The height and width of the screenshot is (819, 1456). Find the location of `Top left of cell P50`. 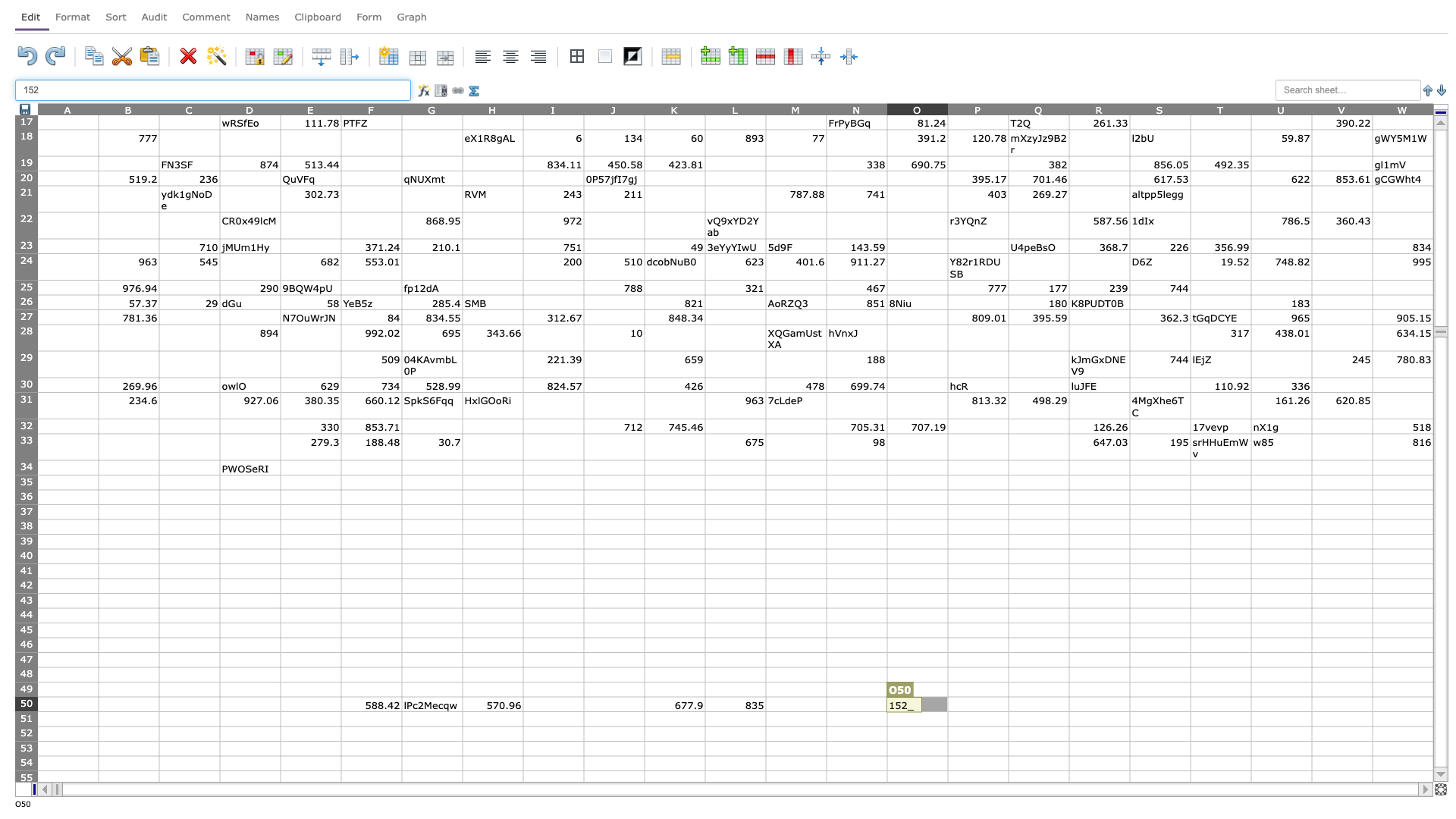

Top left of cell P50 is located at coordinates (946, 696).